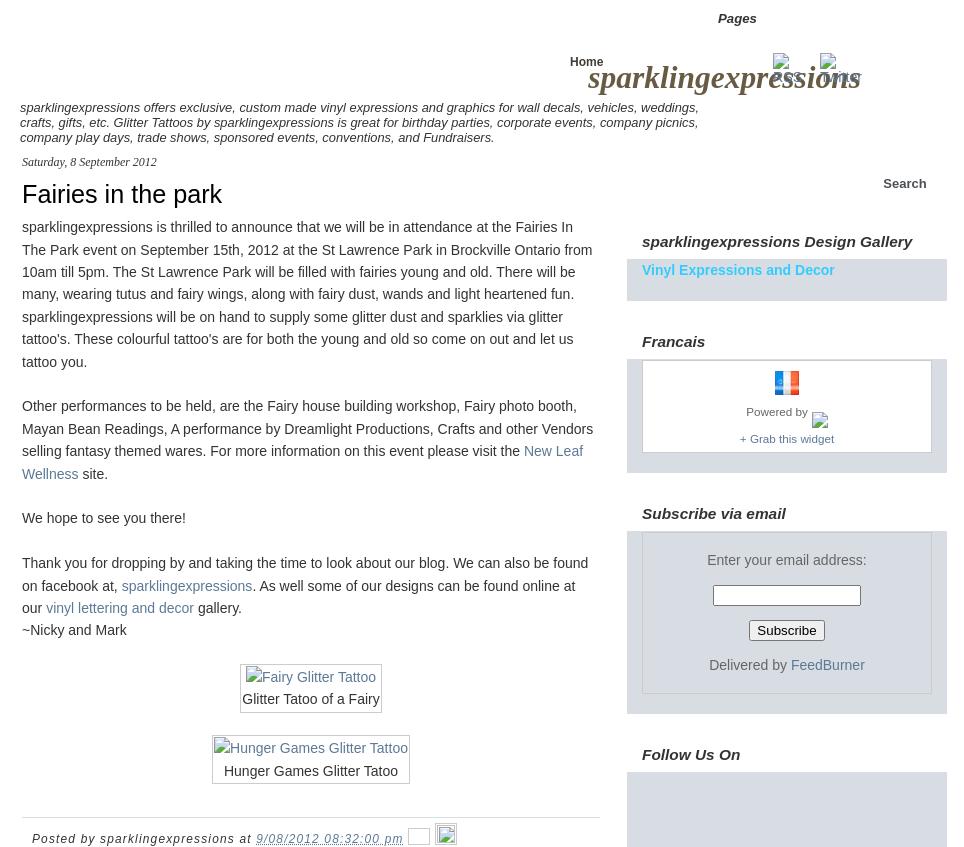 The image size is (964, 847). What do you see at coordinates (741, 437) in the screenshot?
I see `'+'` at bounding box center [741, 437].